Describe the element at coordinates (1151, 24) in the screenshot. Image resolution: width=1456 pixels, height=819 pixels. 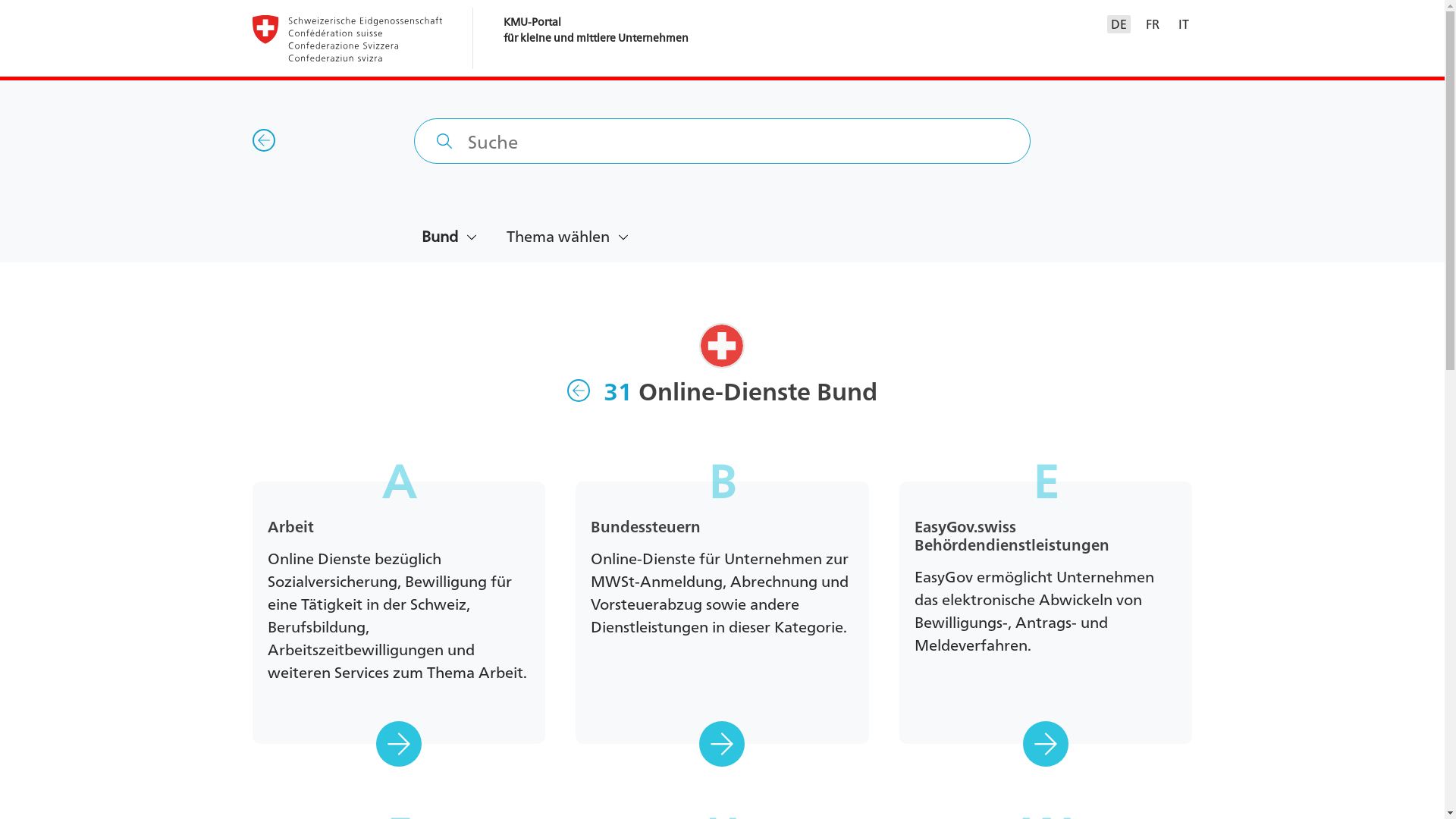
I see `'FR'` at that location.